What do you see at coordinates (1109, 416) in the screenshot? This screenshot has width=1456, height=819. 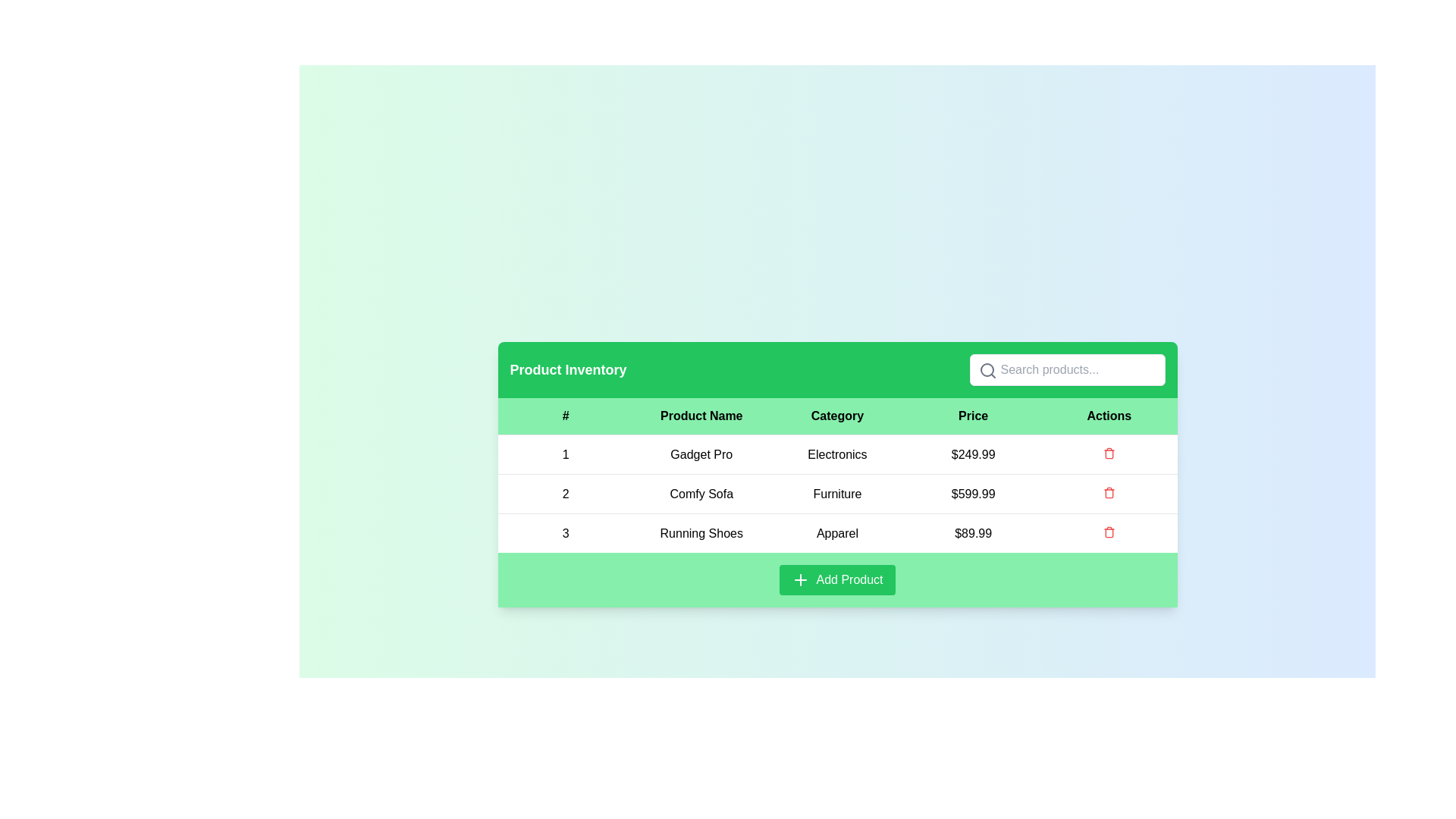 I see `the Table Header Cell labeled 'Actions' with a light green background and black bold text` at bounding box center [1109, 416].